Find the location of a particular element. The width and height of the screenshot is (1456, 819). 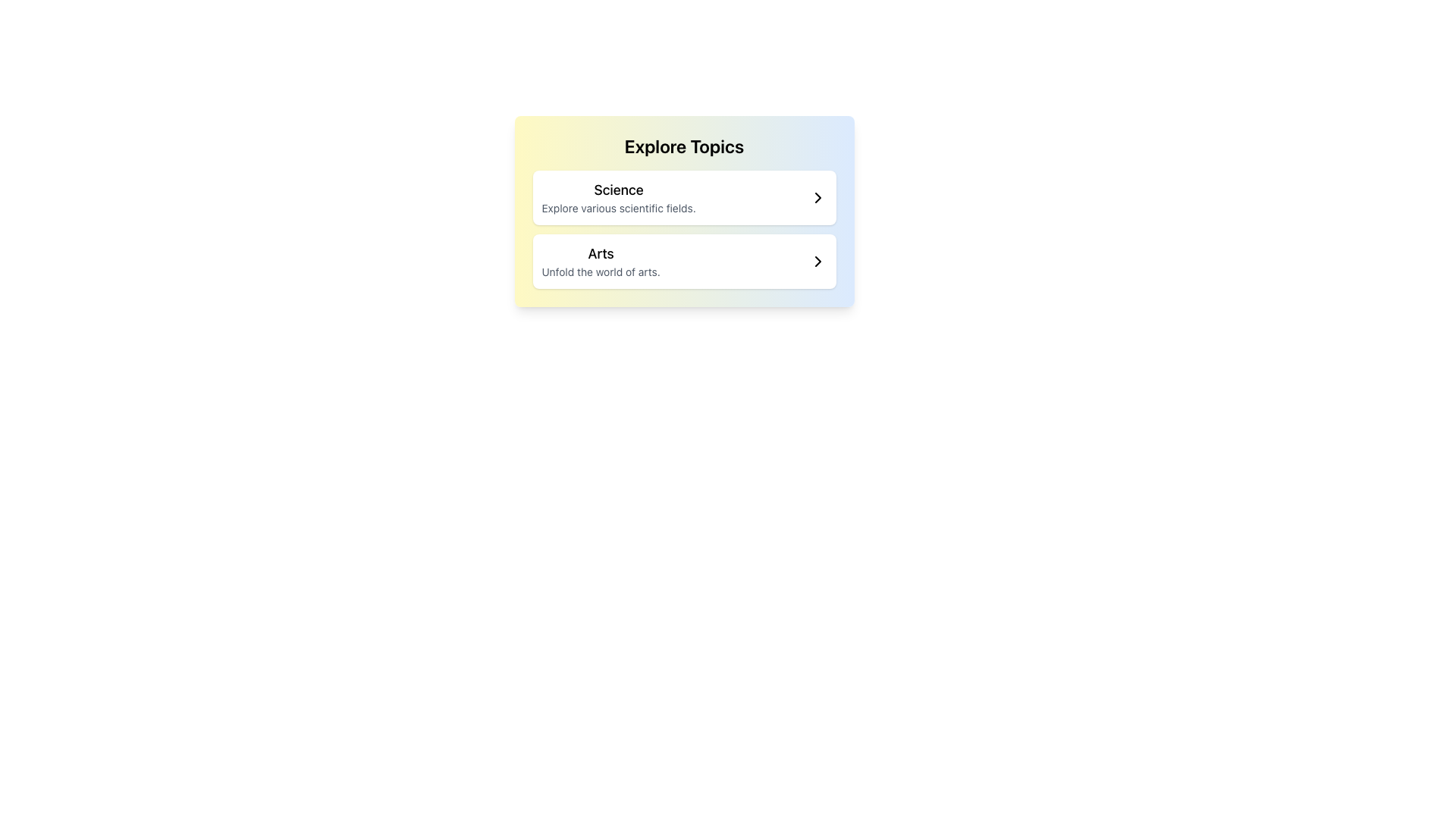

the Text Label that provides additional context about the 'Arts' topic, located below the 'Arts' label in the 'Explore Topics' section is located at coordinates (600, 271).